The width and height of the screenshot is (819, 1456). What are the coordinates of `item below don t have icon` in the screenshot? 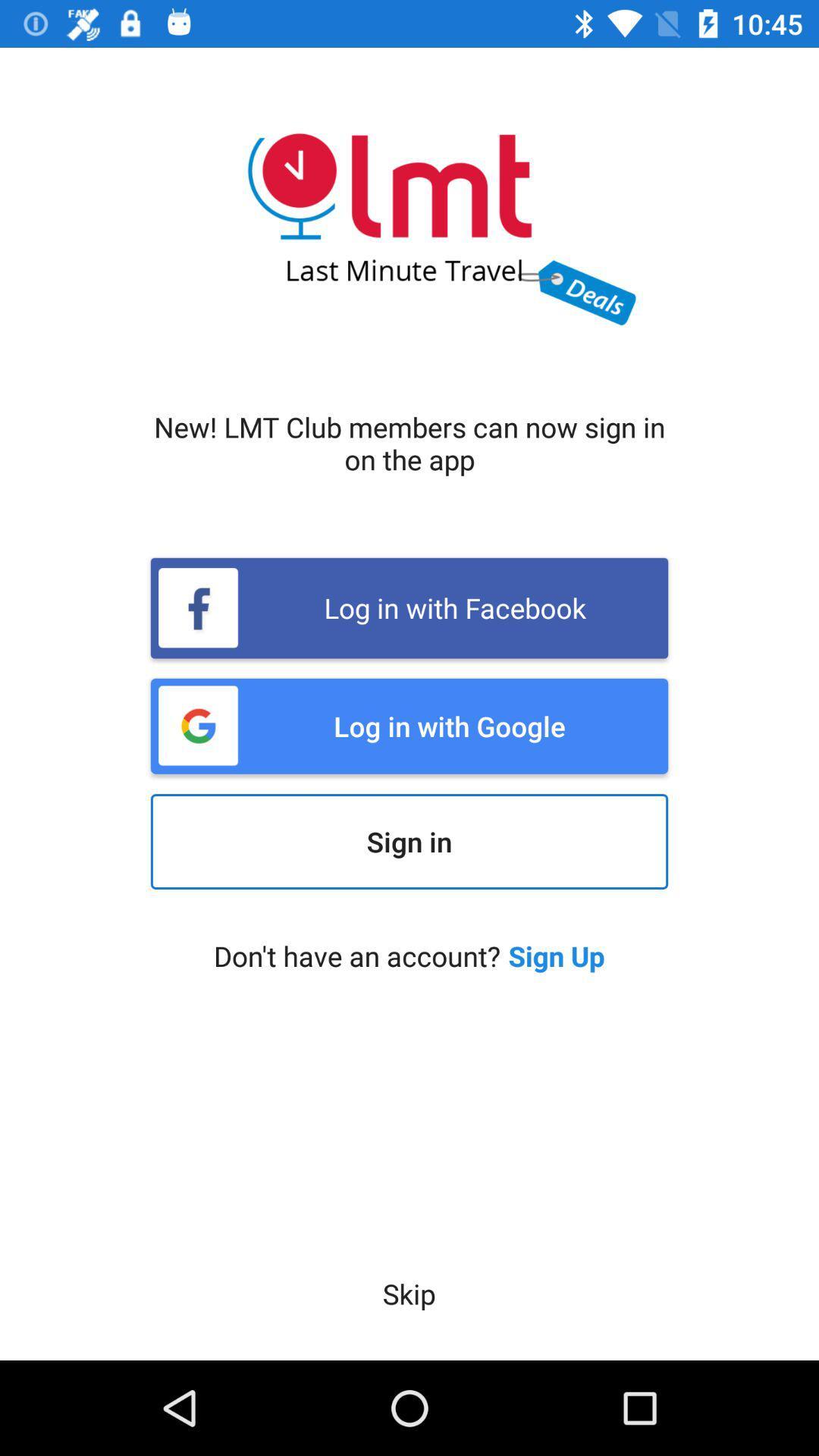 It's located at (408, 1293).